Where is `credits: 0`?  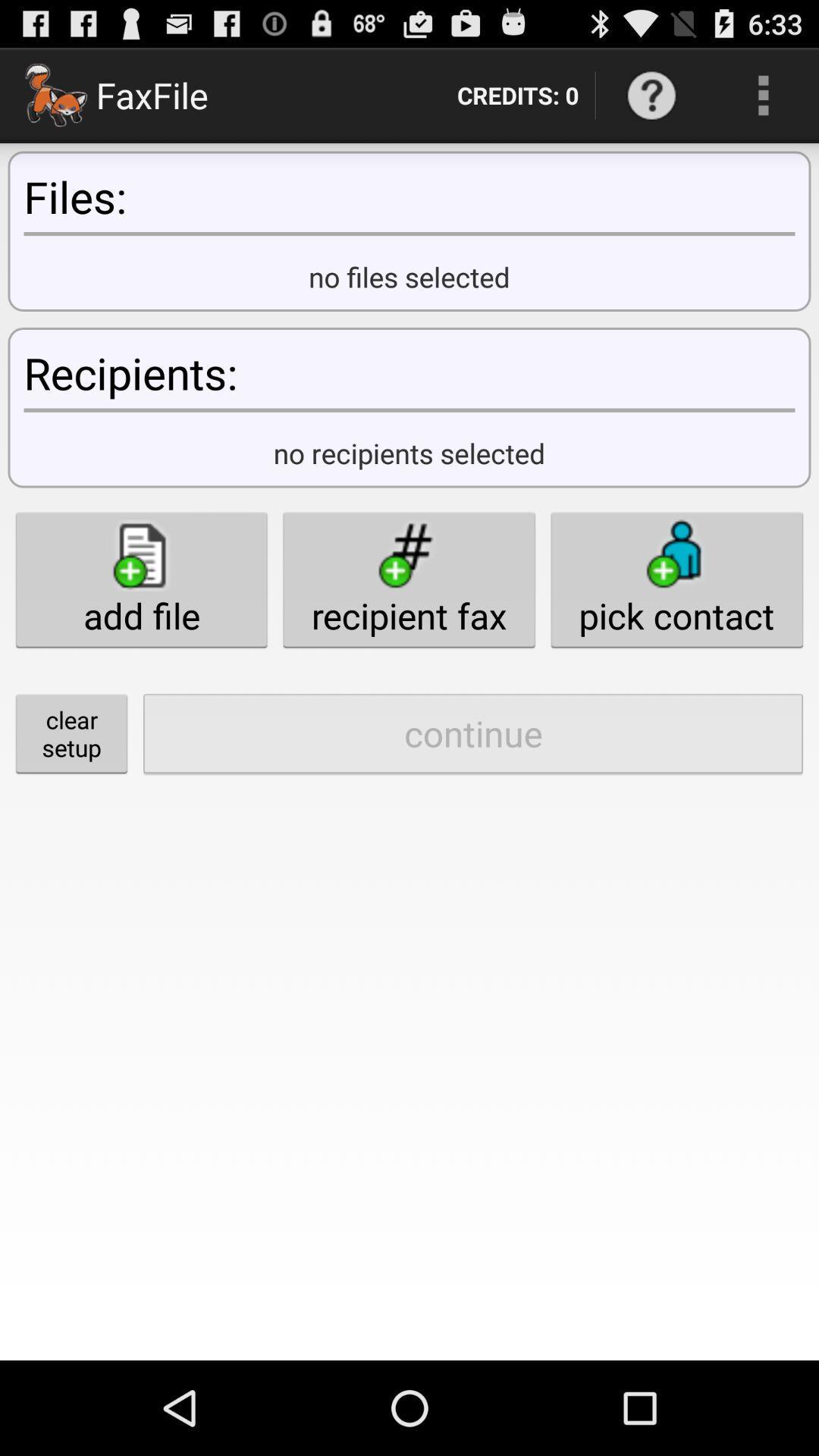 credits: 0 is located at coordinates (517, 94).